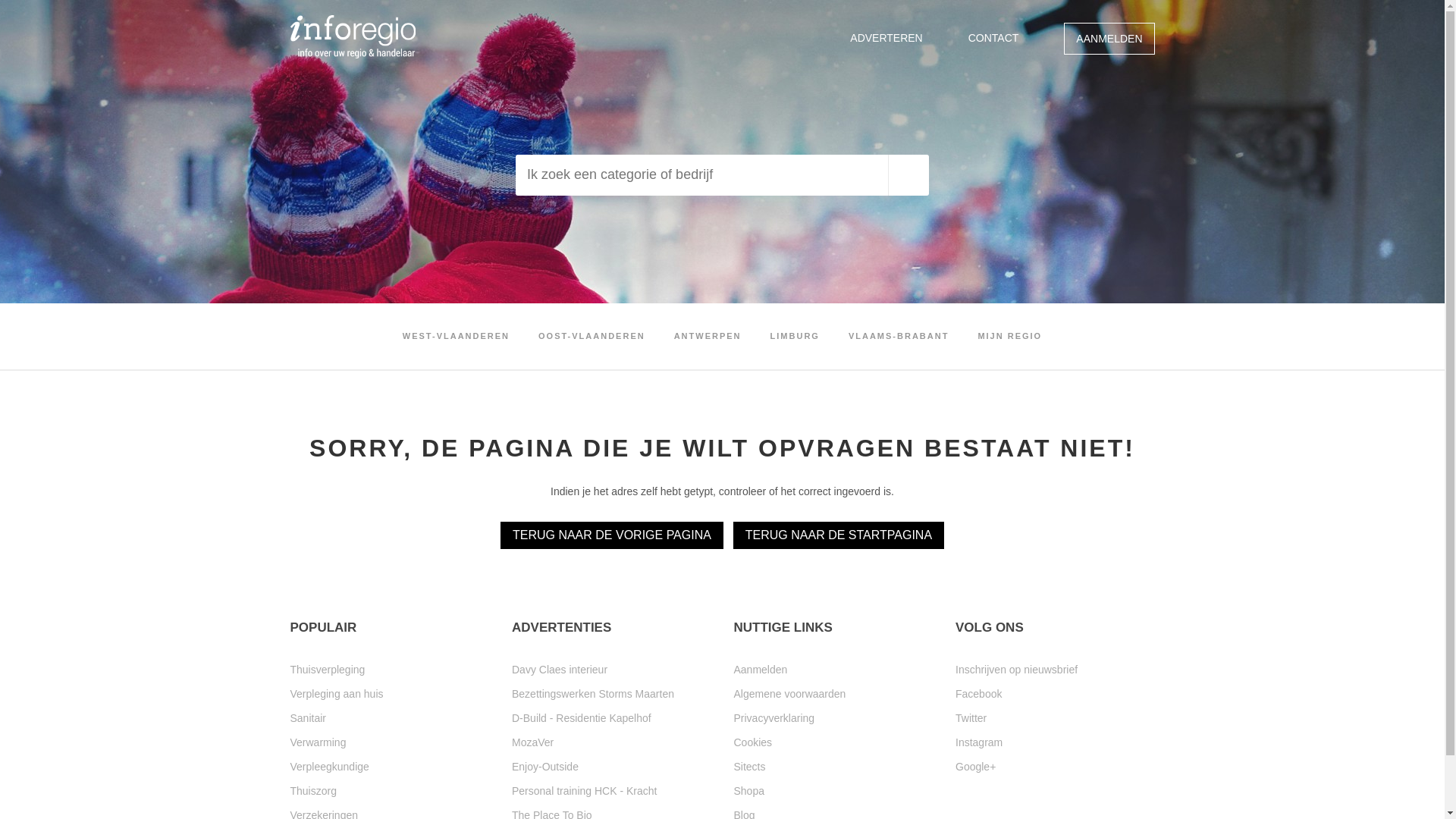 The image size is (1456, 819). What do you see at coordinates (734, 766) in the screenshot?
I see `'Sitects'` at bounding box center [734, 766].